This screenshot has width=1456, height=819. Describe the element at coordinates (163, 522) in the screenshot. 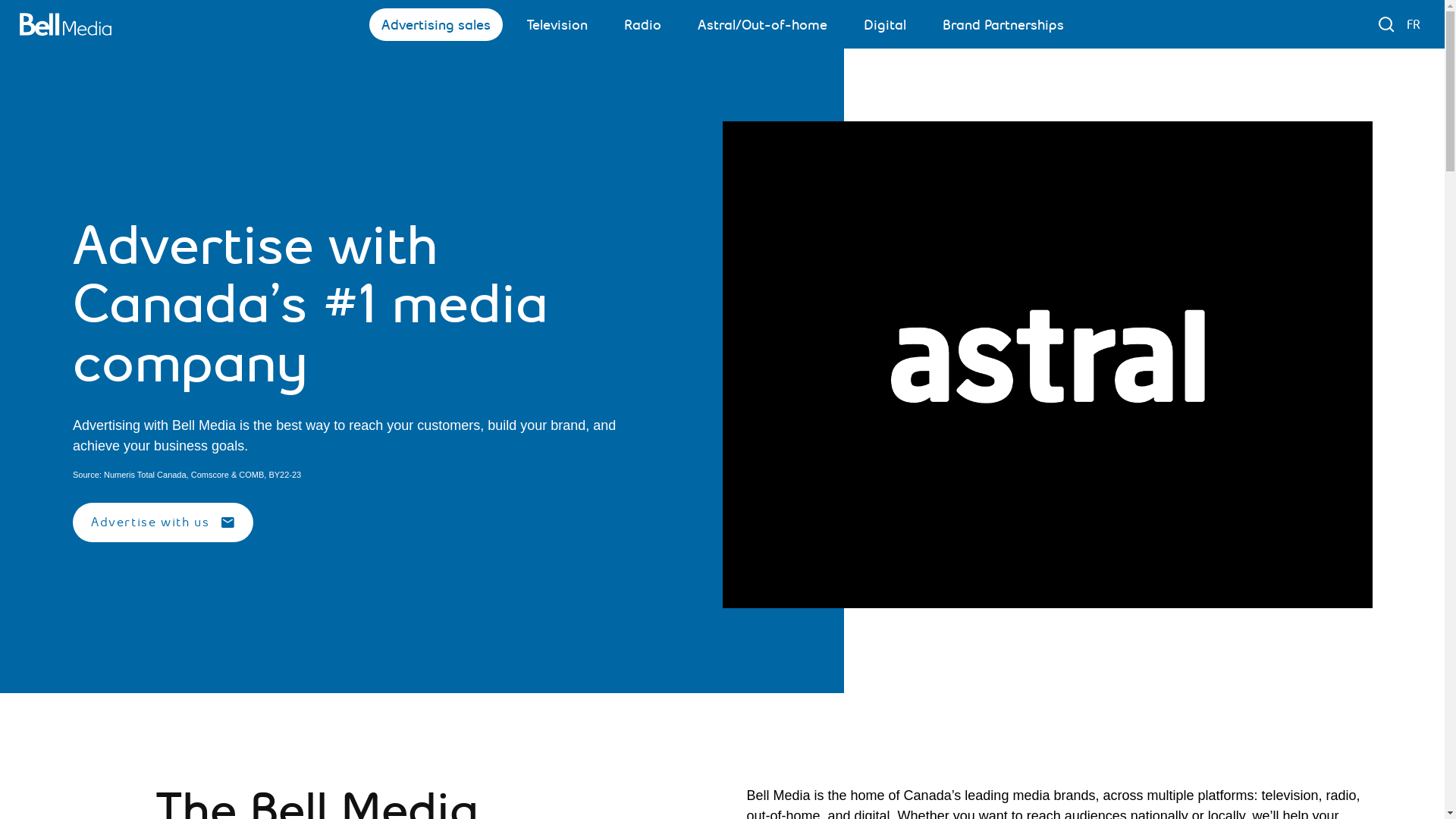

I see `'Advertise with us'` at that location.